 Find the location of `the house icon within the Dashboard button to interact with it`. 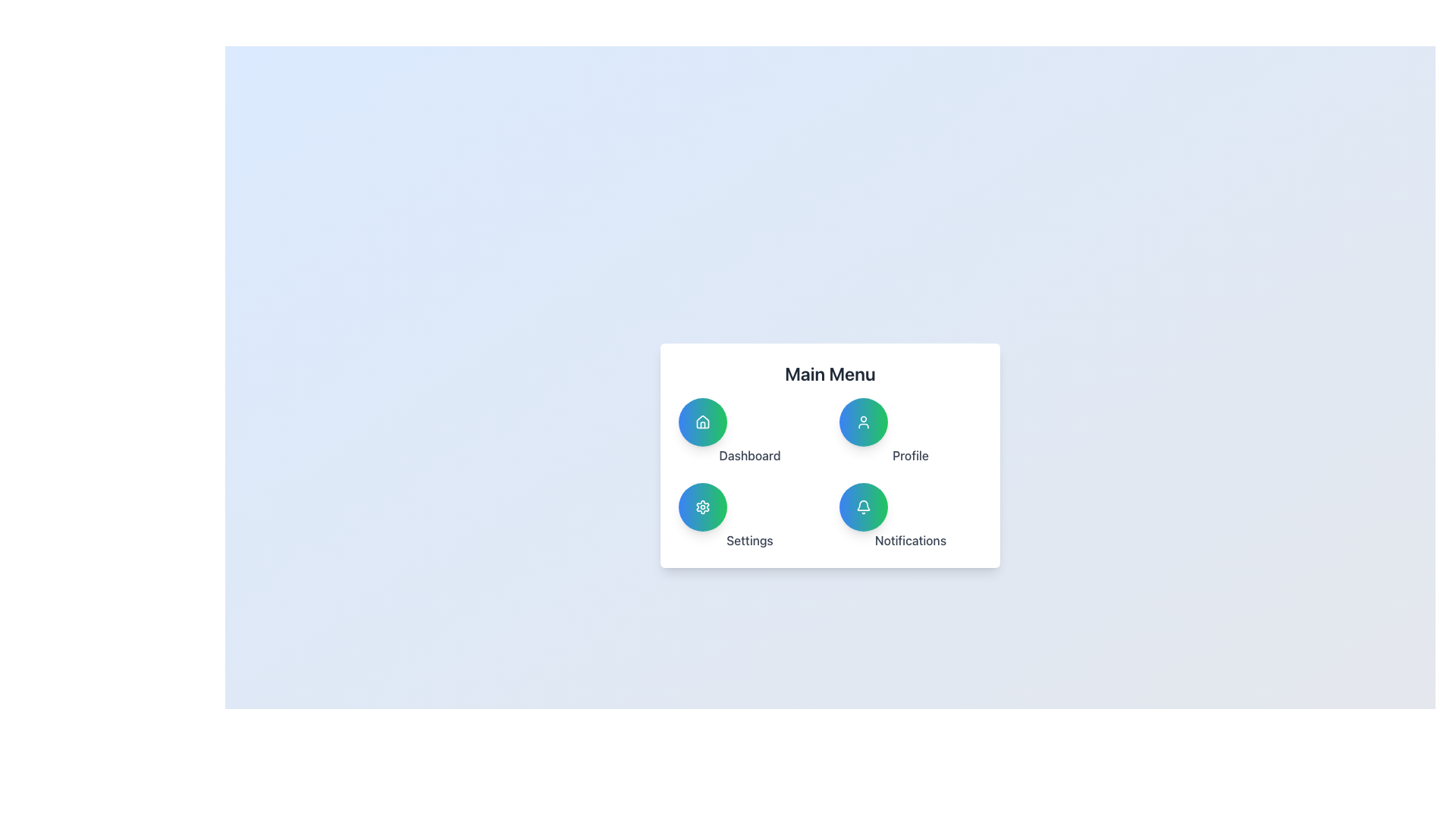

the house icon within the Dashboard button to interact with it is located at coordinates (701, 421).